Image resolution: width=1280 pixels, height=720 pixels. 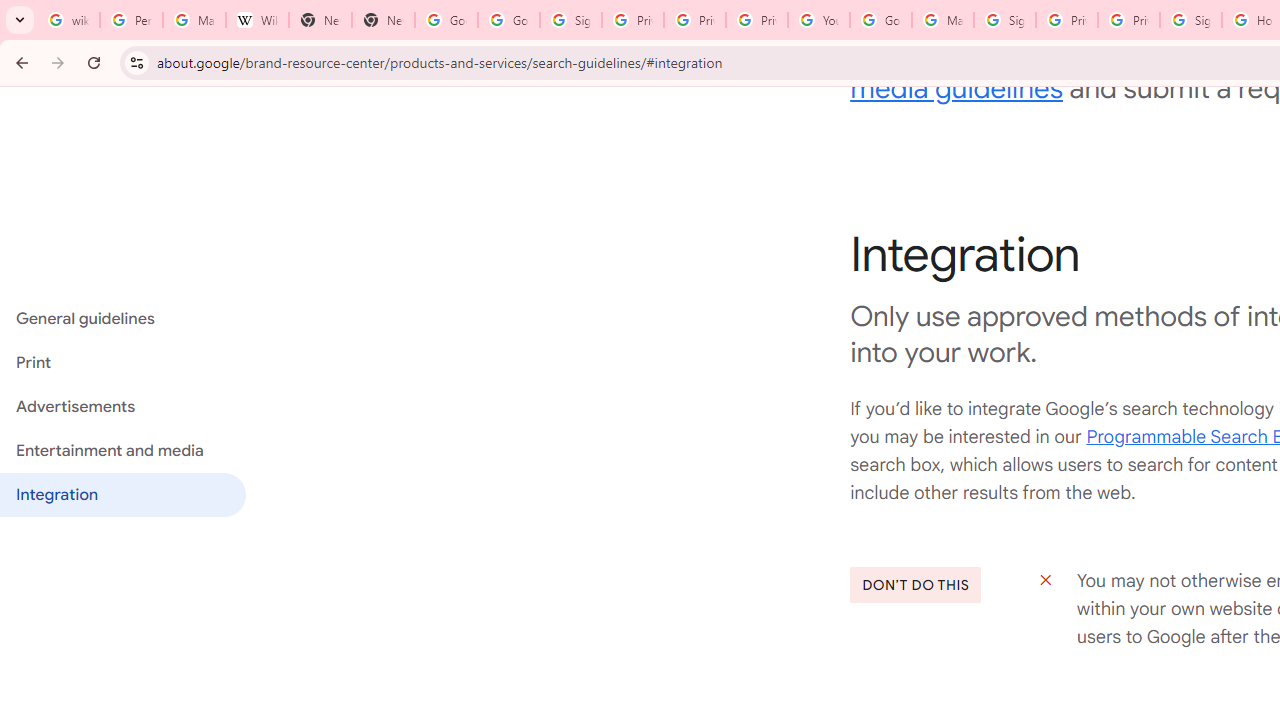 What do you see at coordinates (819, 20) in the screenshot?
I see `'YouTube'` at bounding box center [819, 20].